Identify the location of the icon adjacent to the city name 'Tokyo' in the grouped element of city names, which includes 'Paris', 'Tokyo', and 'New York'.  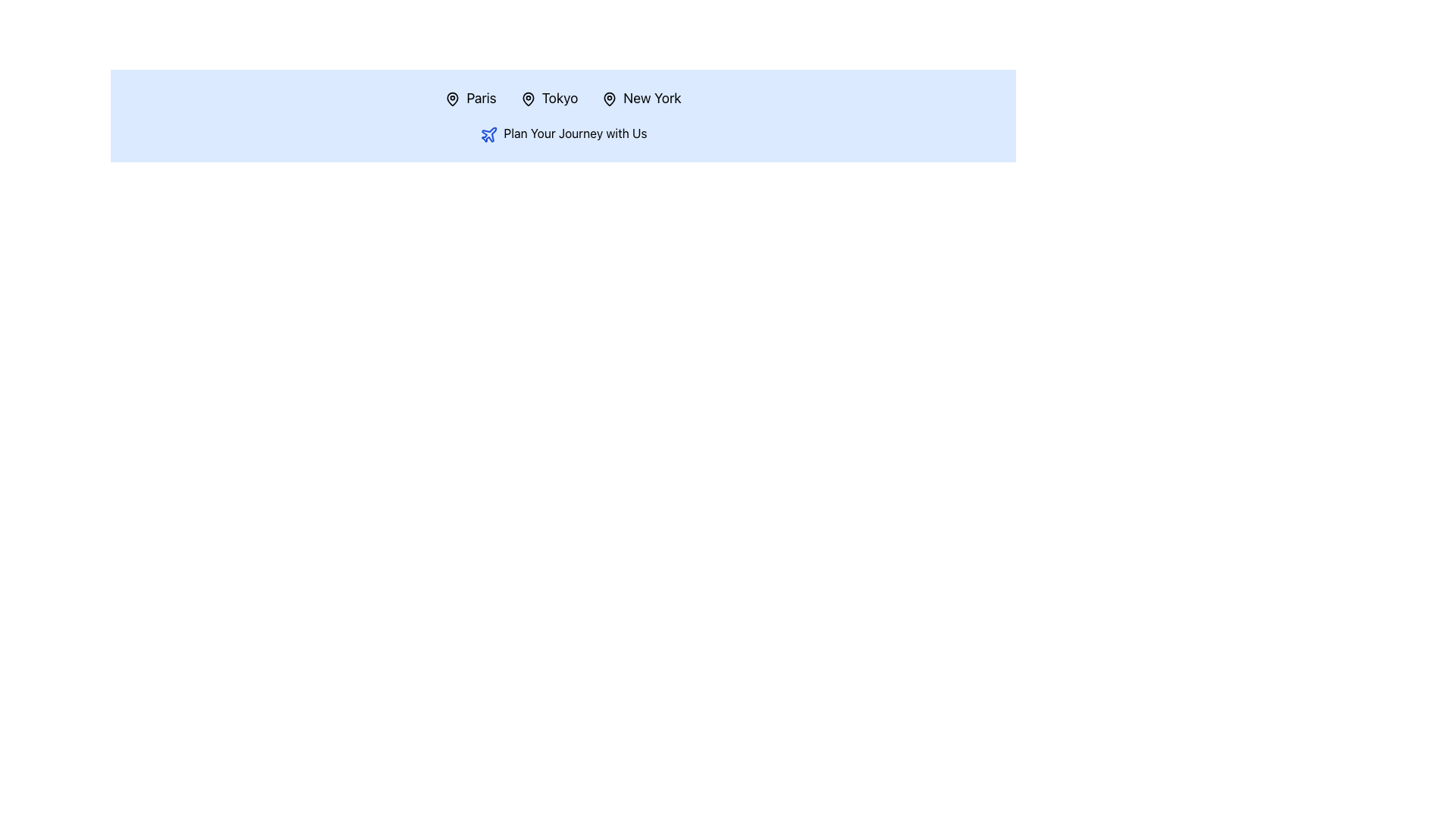
(563, 99).